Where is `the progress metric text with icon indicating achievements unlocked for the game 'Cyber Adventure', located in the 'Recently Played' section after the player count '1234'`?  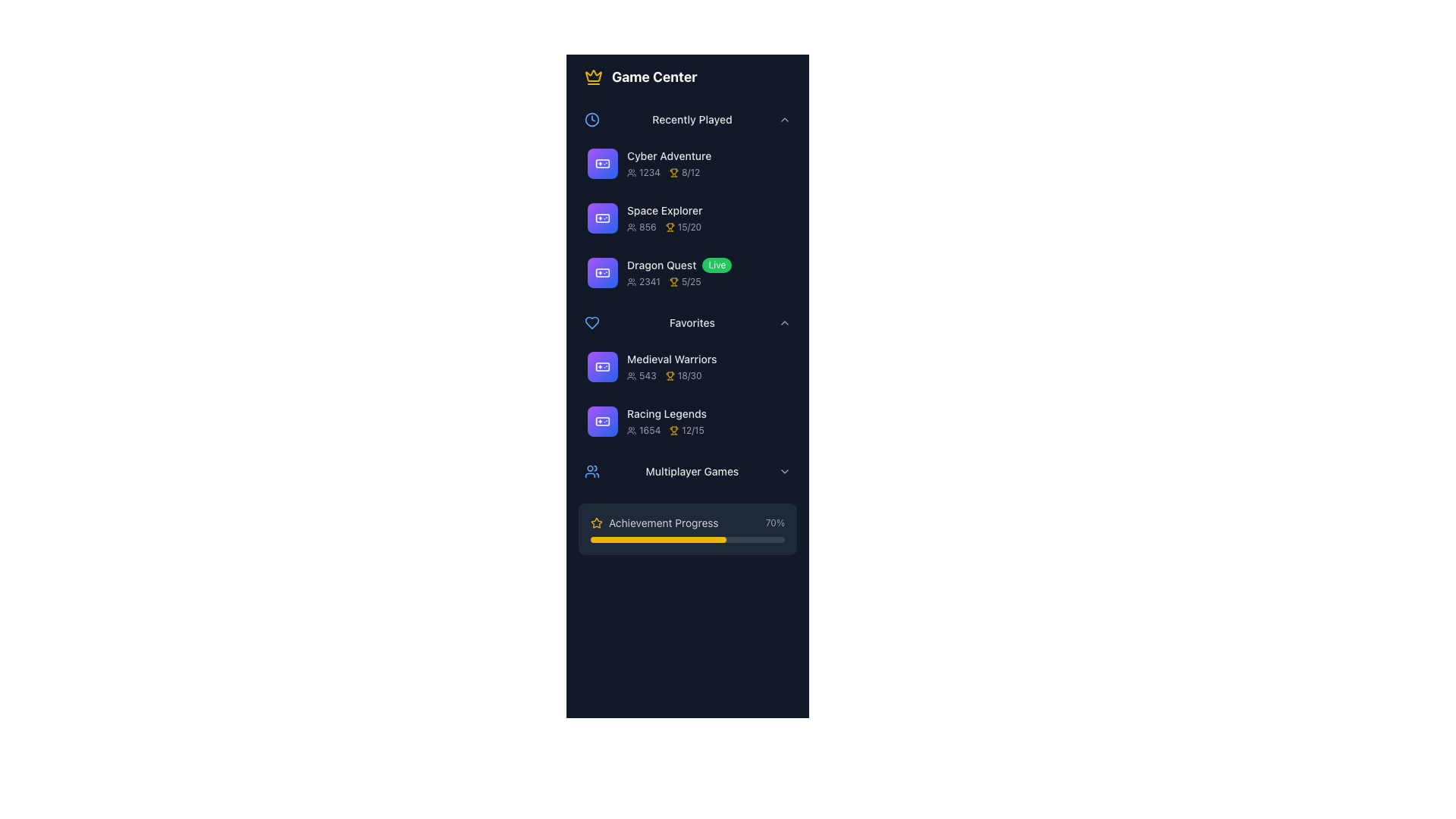
the progress metric text with icon indicating achievements unlocked for the game 'Cyber Adventure', located in the 'Recently Played' section after the player count '1234' is located at coordinates (684, 171).